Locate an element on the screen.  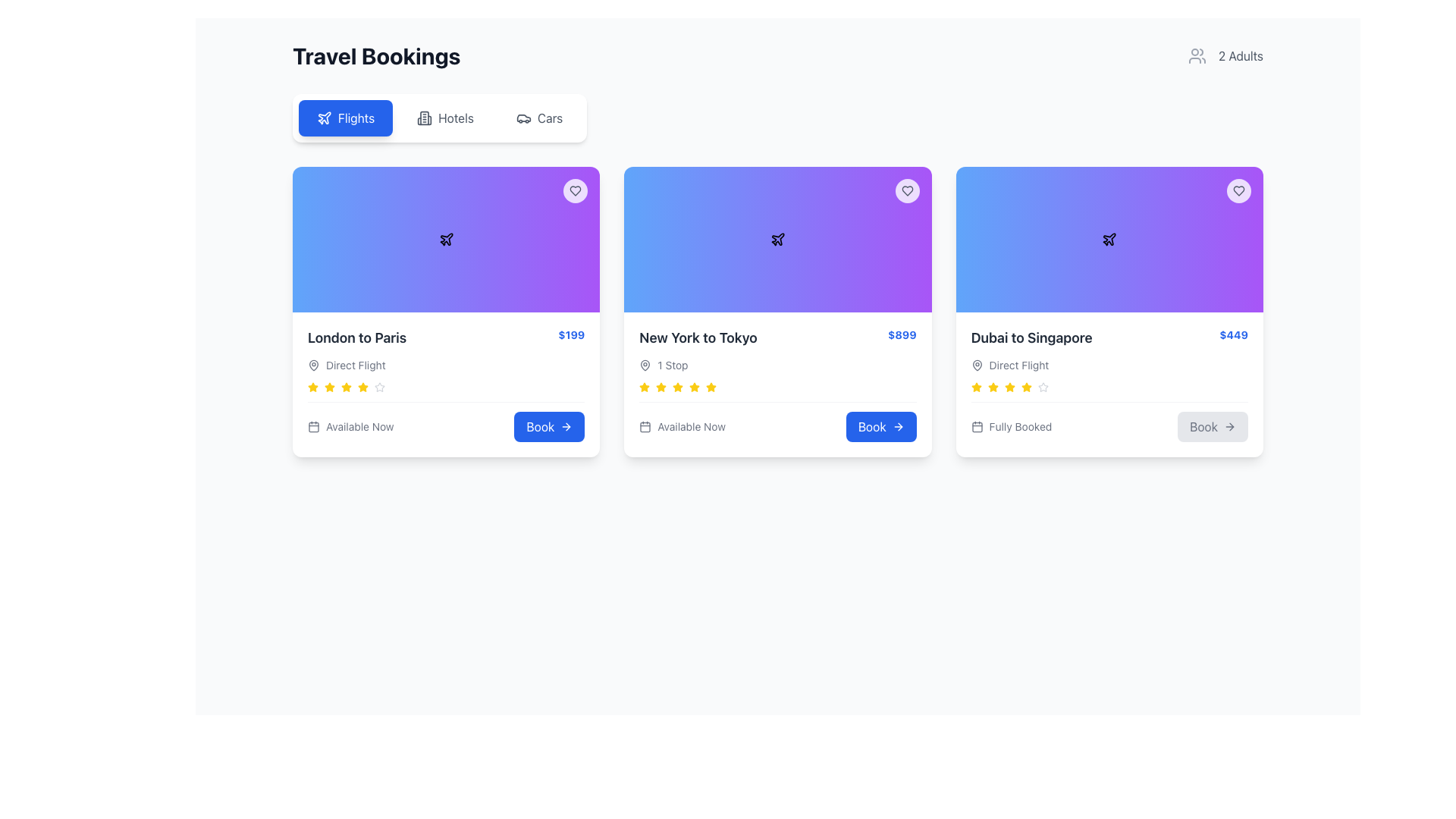
the small triangular icon resembling a rightward arrow located within the 'Book' button on the 'London to Paris' card, which is the leftmost card in the horizontal list is located at coordinates (567, 427).